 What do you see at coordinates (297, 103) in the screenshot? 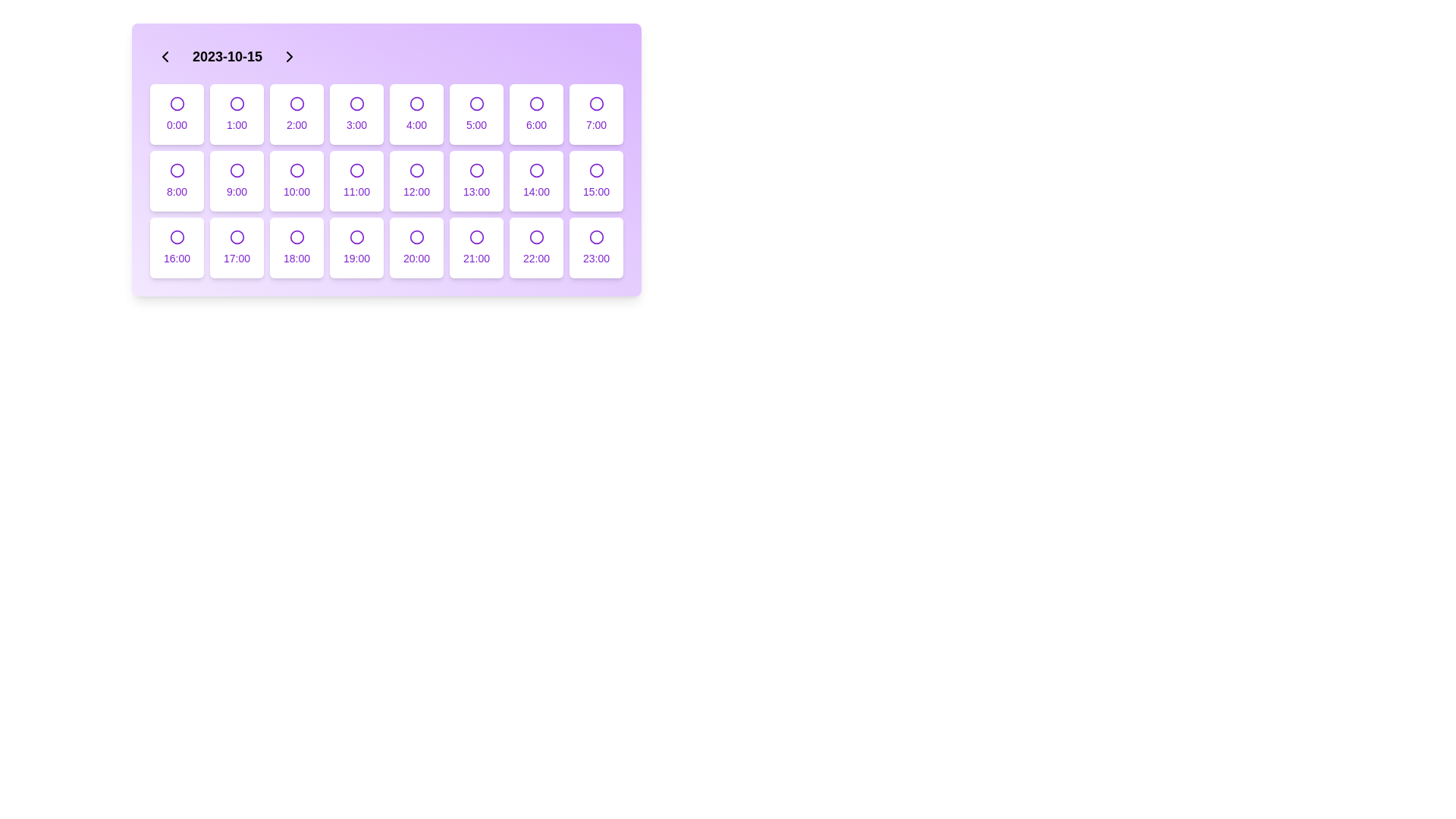
I see `the circular selectable icon with a purple outline located in the second column of the first row, aligned with the text '2:00' beneath it` at bounding box center [297, 103].